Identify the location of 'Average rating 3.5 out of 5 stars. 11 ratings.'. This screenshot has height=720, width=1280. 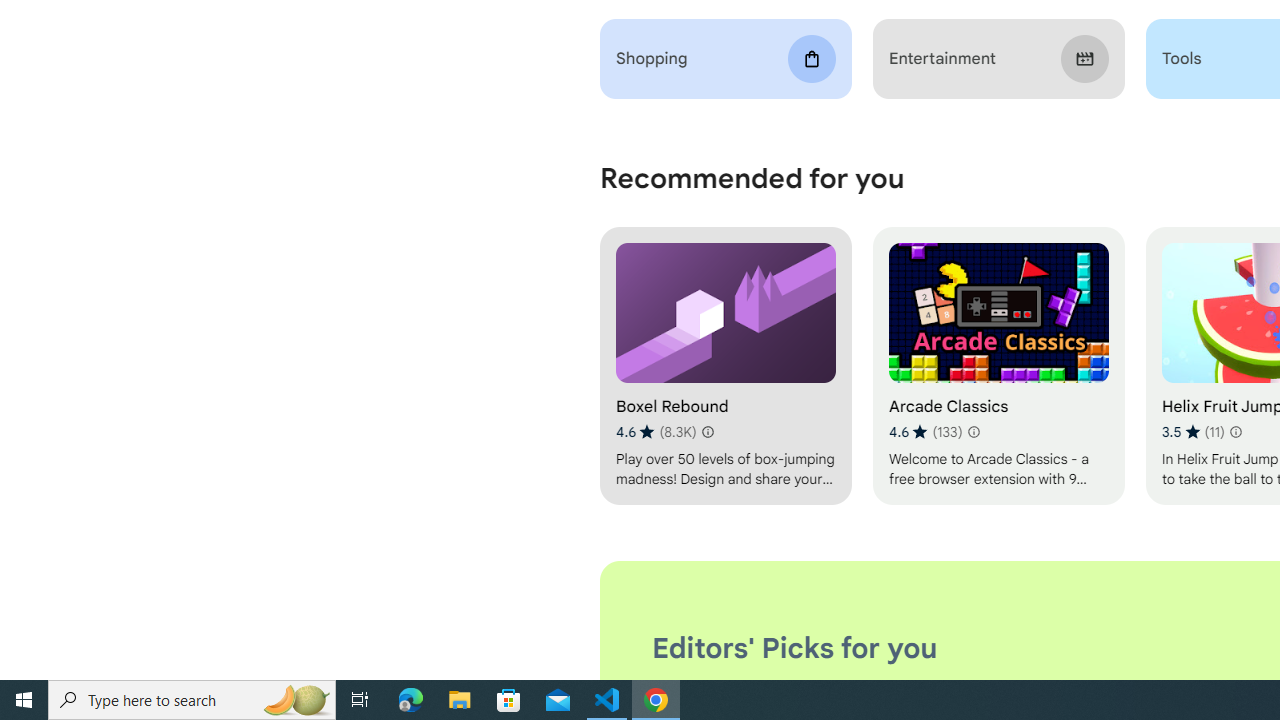
(1192, 431).